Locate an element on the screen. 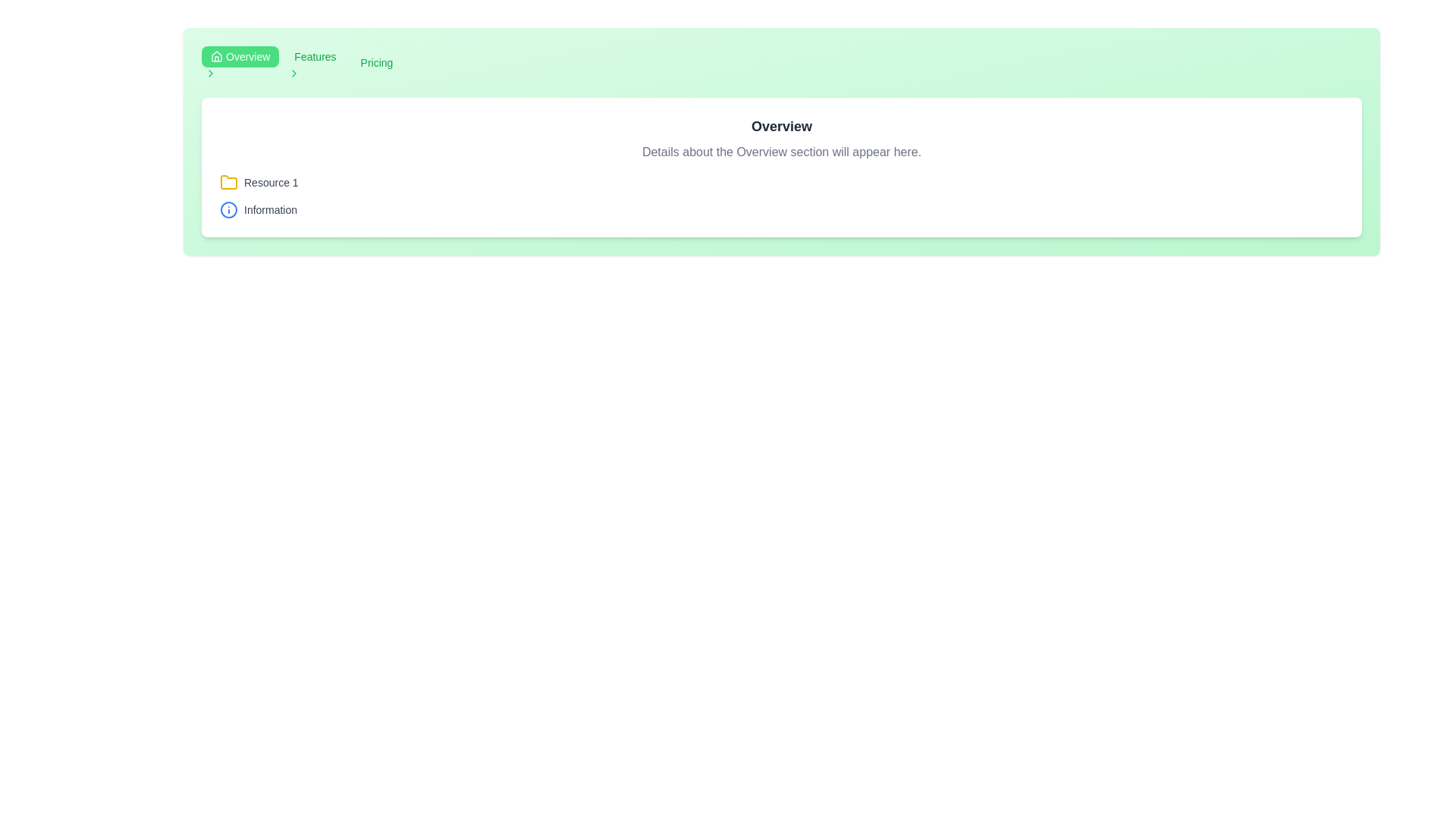 The image size is (1456, 819). the icon located to the left of the text label 'Information', which serves as a visual cue for an information section is located at coordinates (228, 210).